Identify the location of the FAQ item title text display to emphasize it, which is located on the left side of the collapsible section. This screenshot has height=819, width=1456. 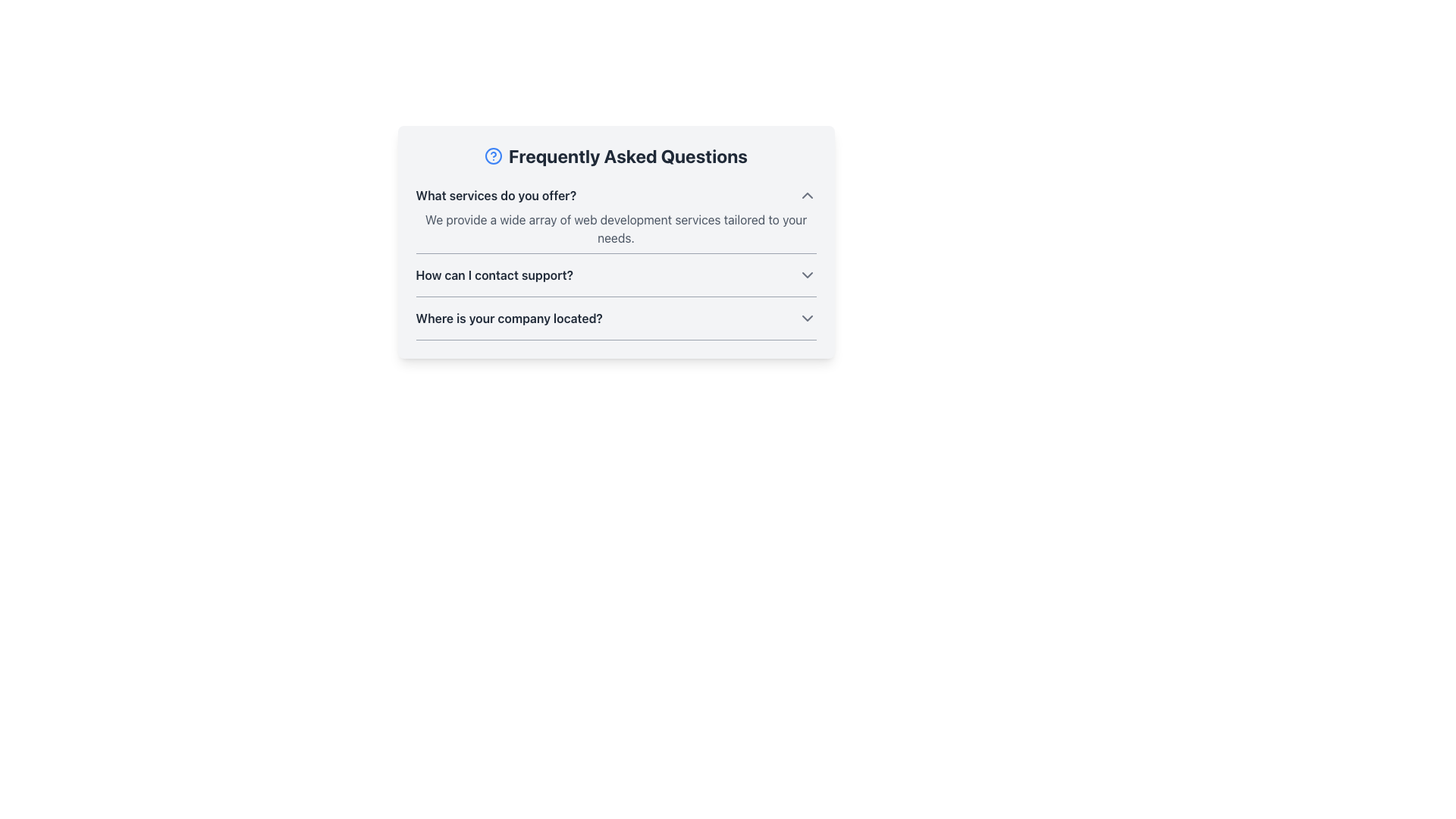
(496, 195).